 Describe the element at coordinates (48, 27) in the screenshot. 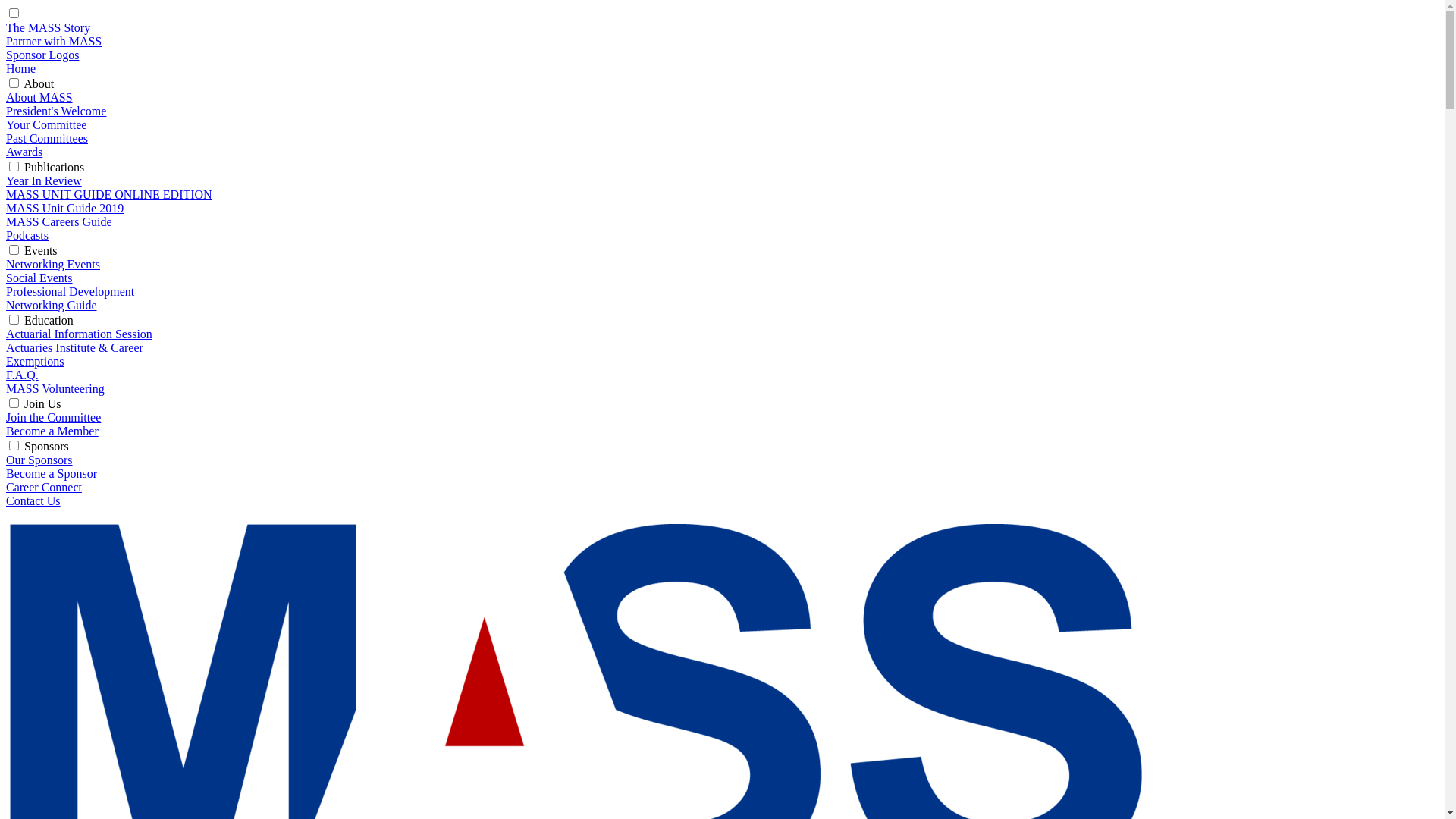

I see `'The MASS Story'` at that location.